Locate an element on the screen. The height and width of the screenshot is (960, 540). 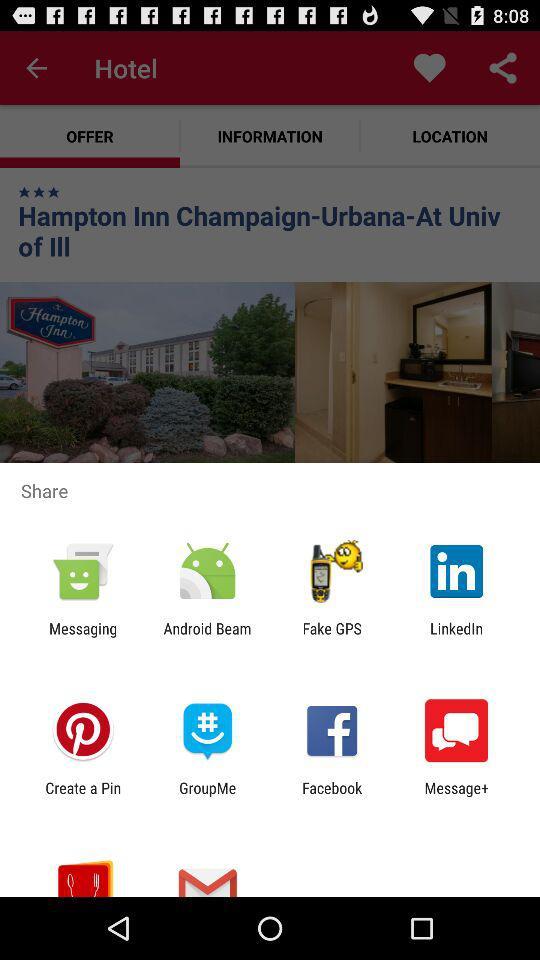
the icon to the right of the facebook is located at coordinates (456, 796).